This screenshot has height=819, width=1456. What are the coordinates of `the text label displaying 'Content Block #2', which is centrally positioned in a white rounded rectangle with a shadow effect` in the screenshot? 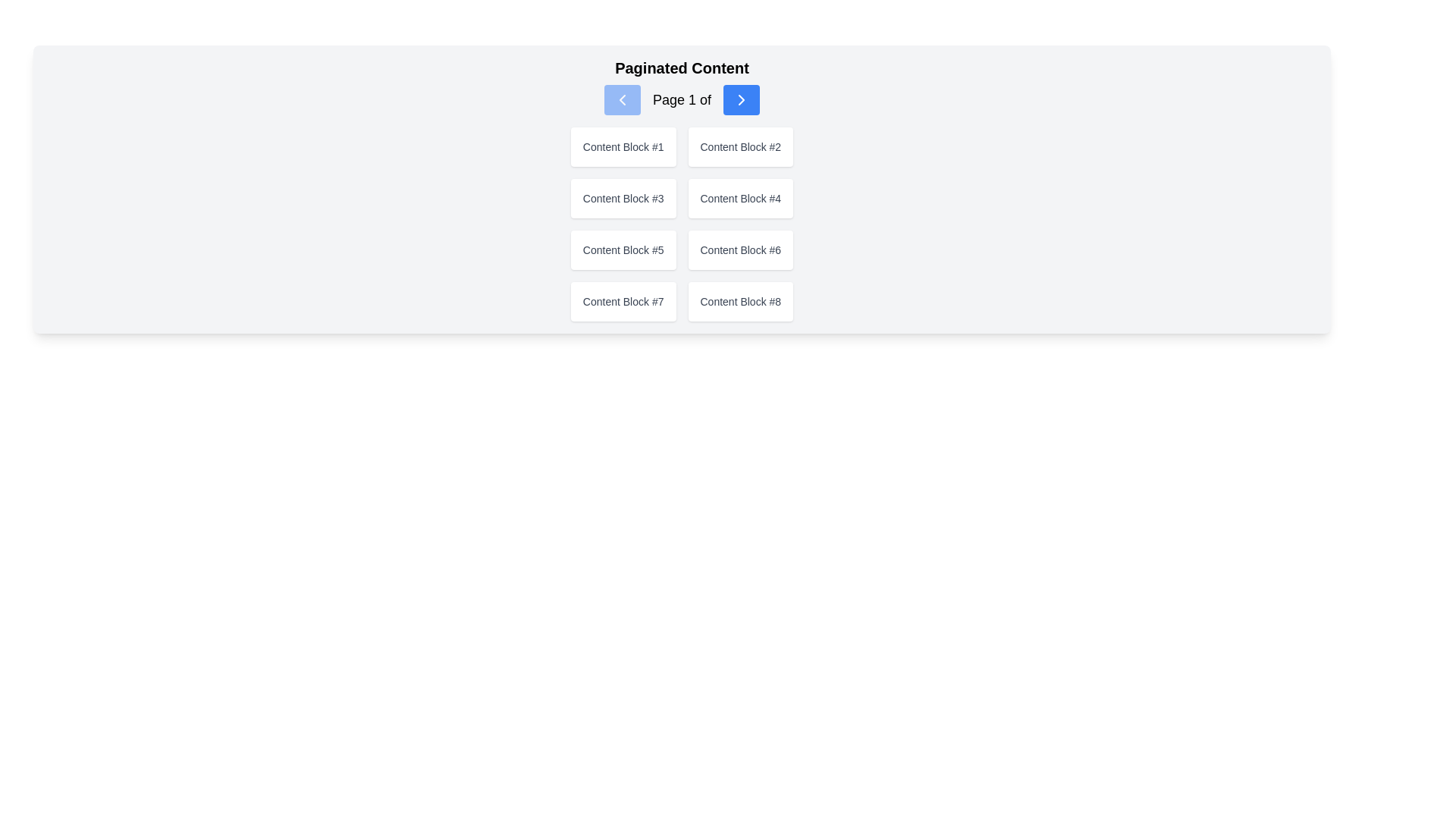 It's located at (740, 146).